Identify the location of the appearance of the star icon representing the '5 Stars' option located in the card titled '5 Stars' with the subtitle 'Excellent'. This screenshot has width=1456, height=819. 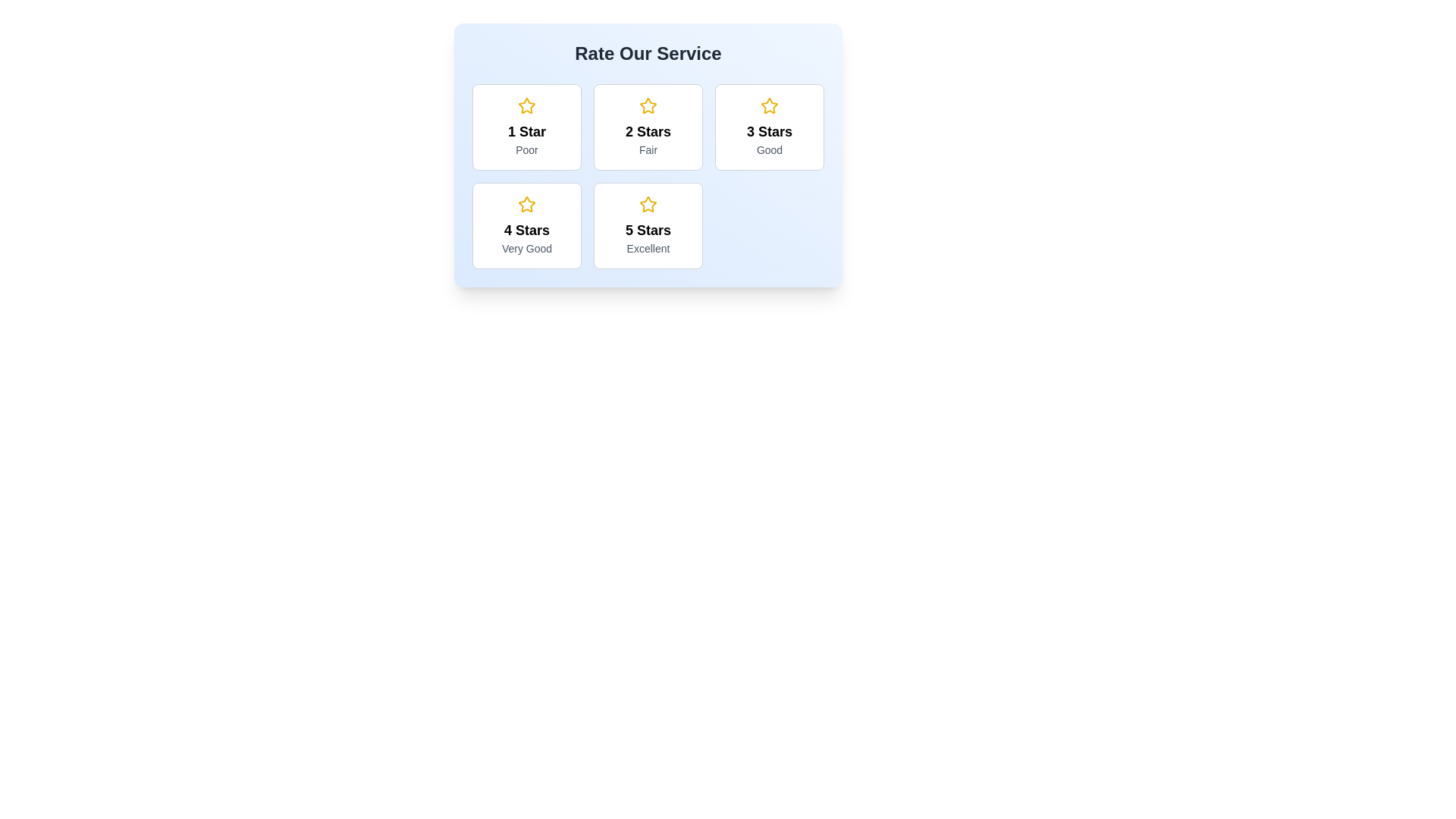
(648, 205).